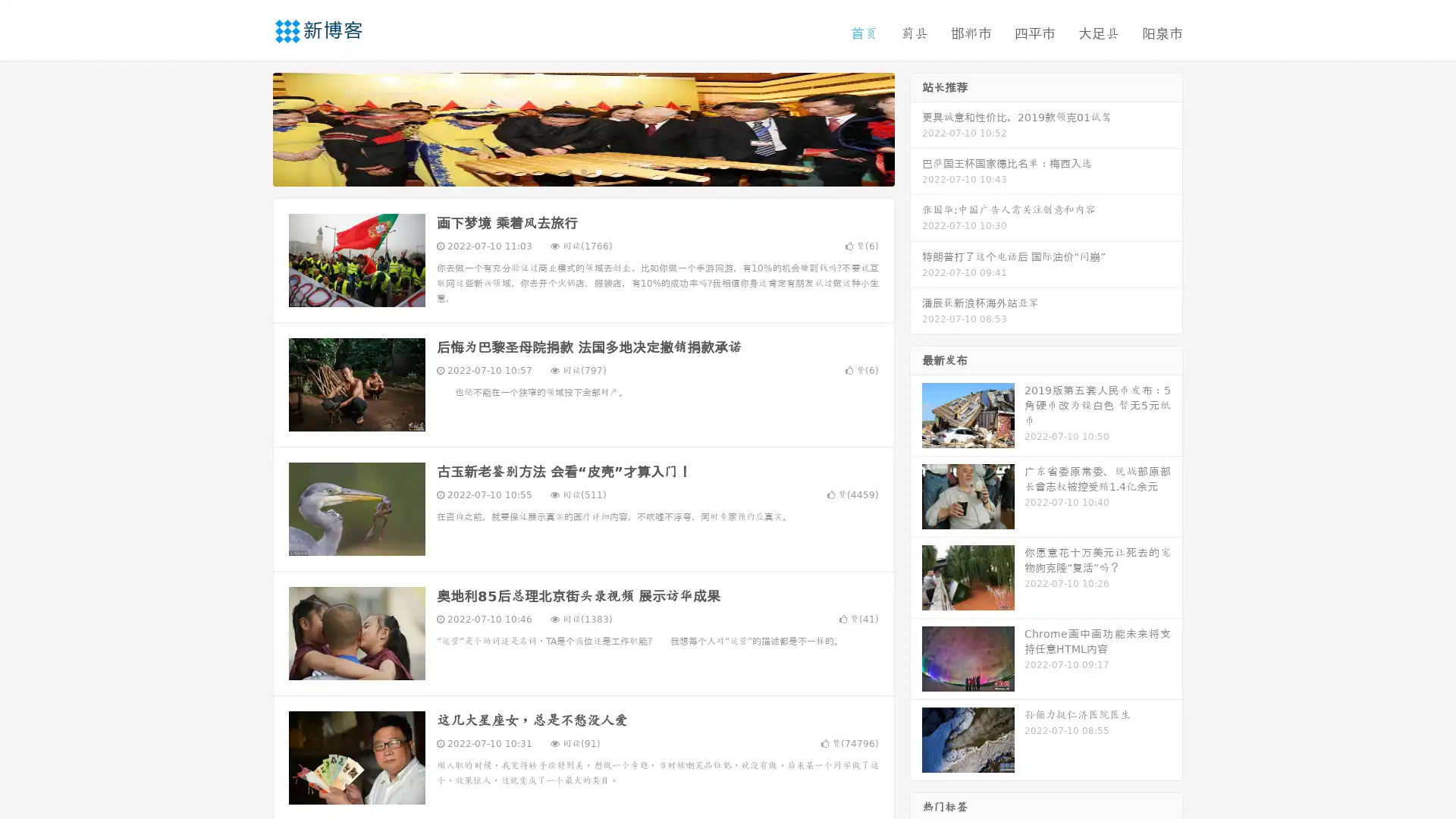 This screenshot has height=819, width=1456. Describe the element at coordinates (250, 127) in the screenshot. I see `Previous slide` at that location.